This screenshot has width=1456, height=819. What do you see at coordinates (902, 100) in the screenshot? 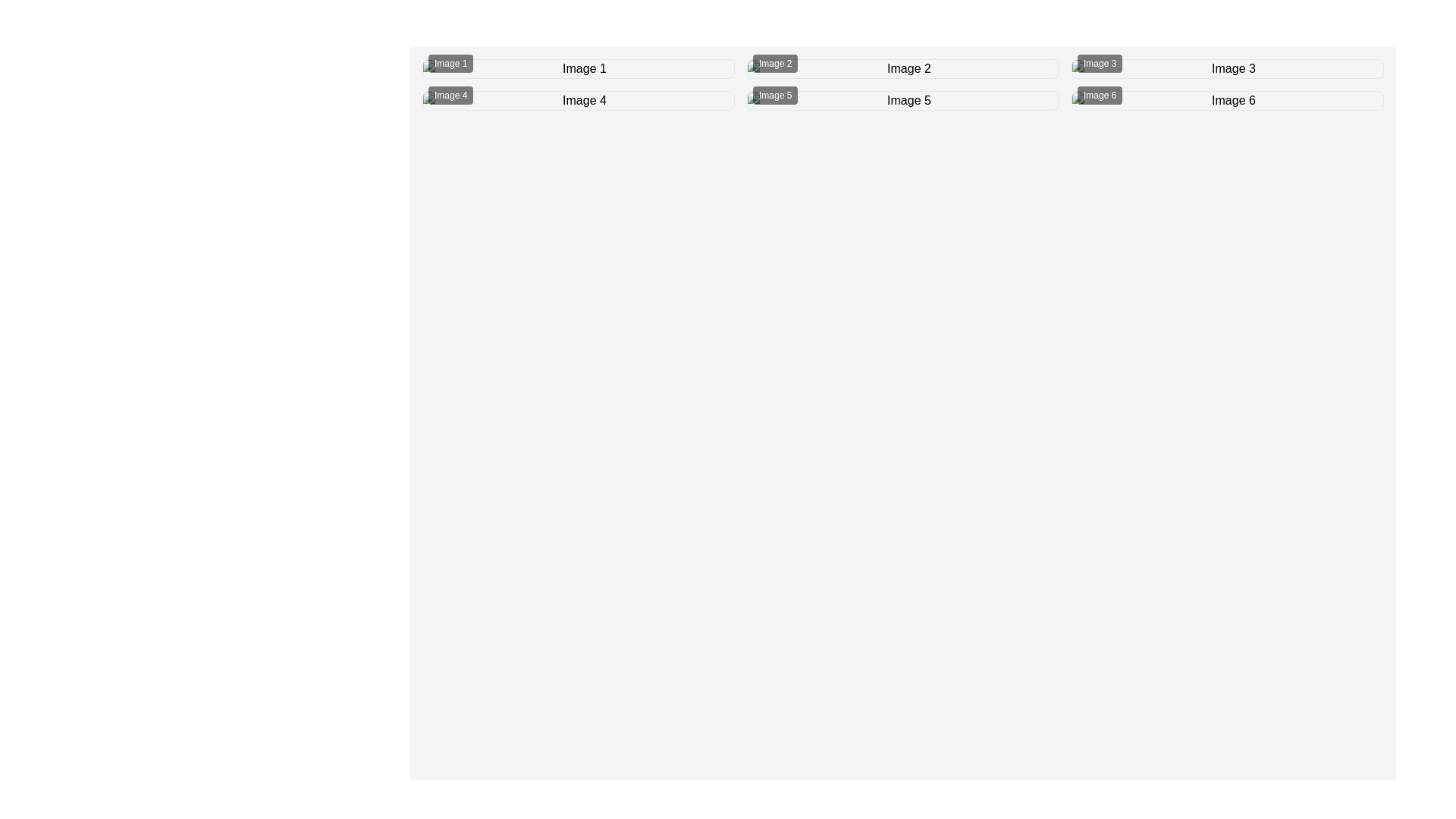
I see `the interactive image thumbnail located in the second row of the grid layout` at bounding box center [902, 100].